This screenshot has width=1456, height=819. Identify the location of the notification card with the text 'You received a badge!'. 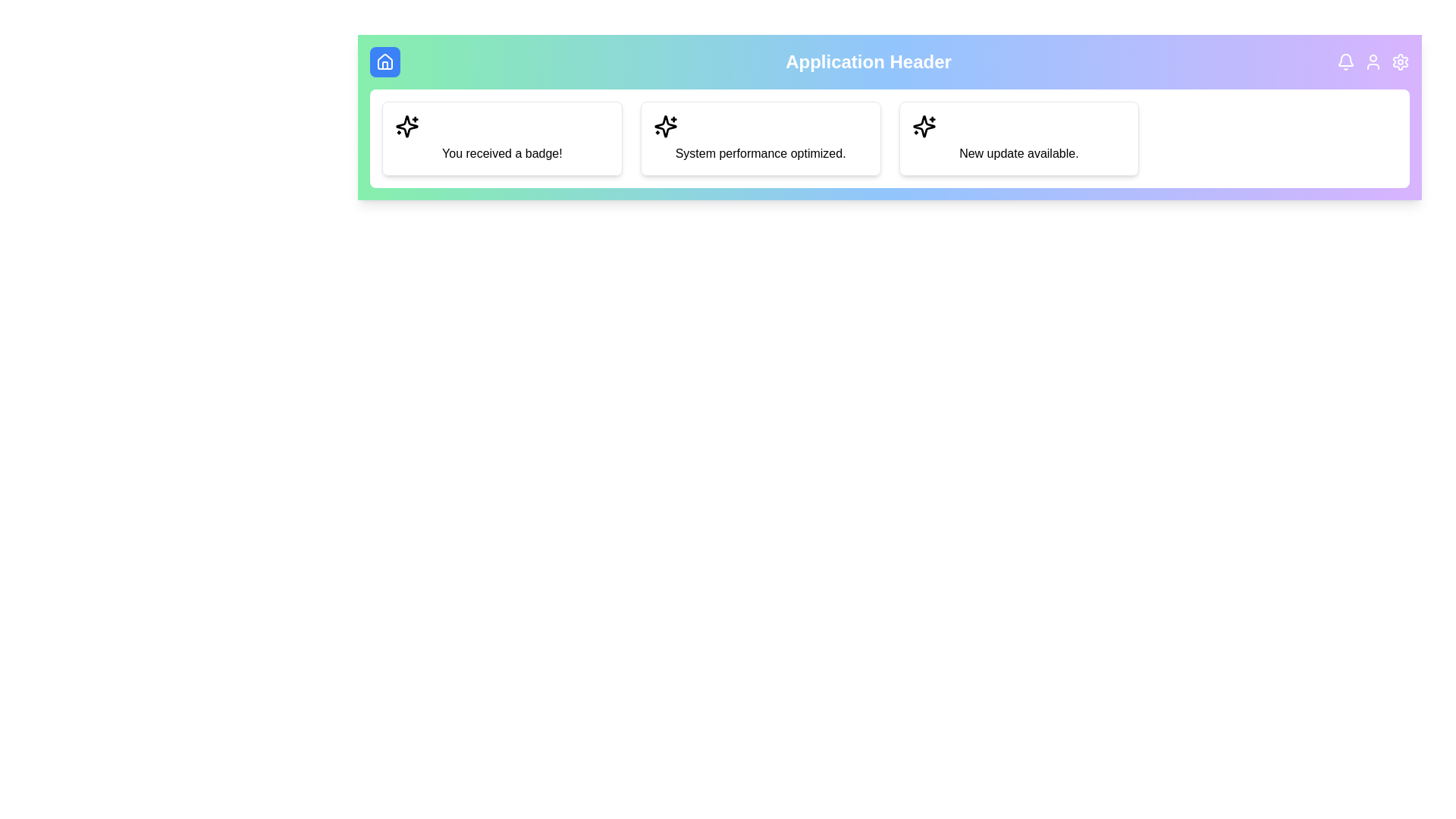
(502, 138).